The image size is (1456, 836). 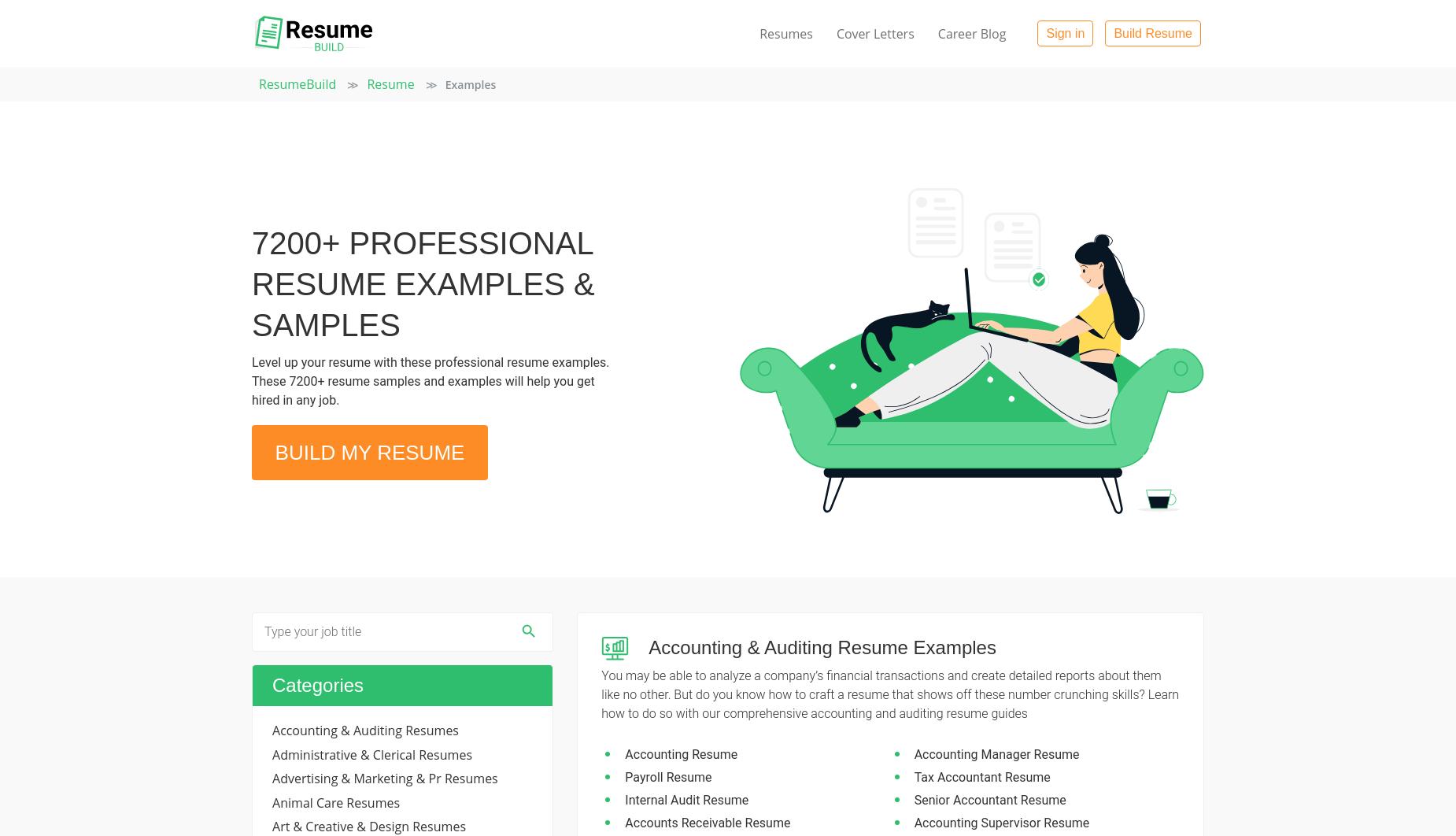 I want to click on 'animal care resumes', so click(x=334, y=801).